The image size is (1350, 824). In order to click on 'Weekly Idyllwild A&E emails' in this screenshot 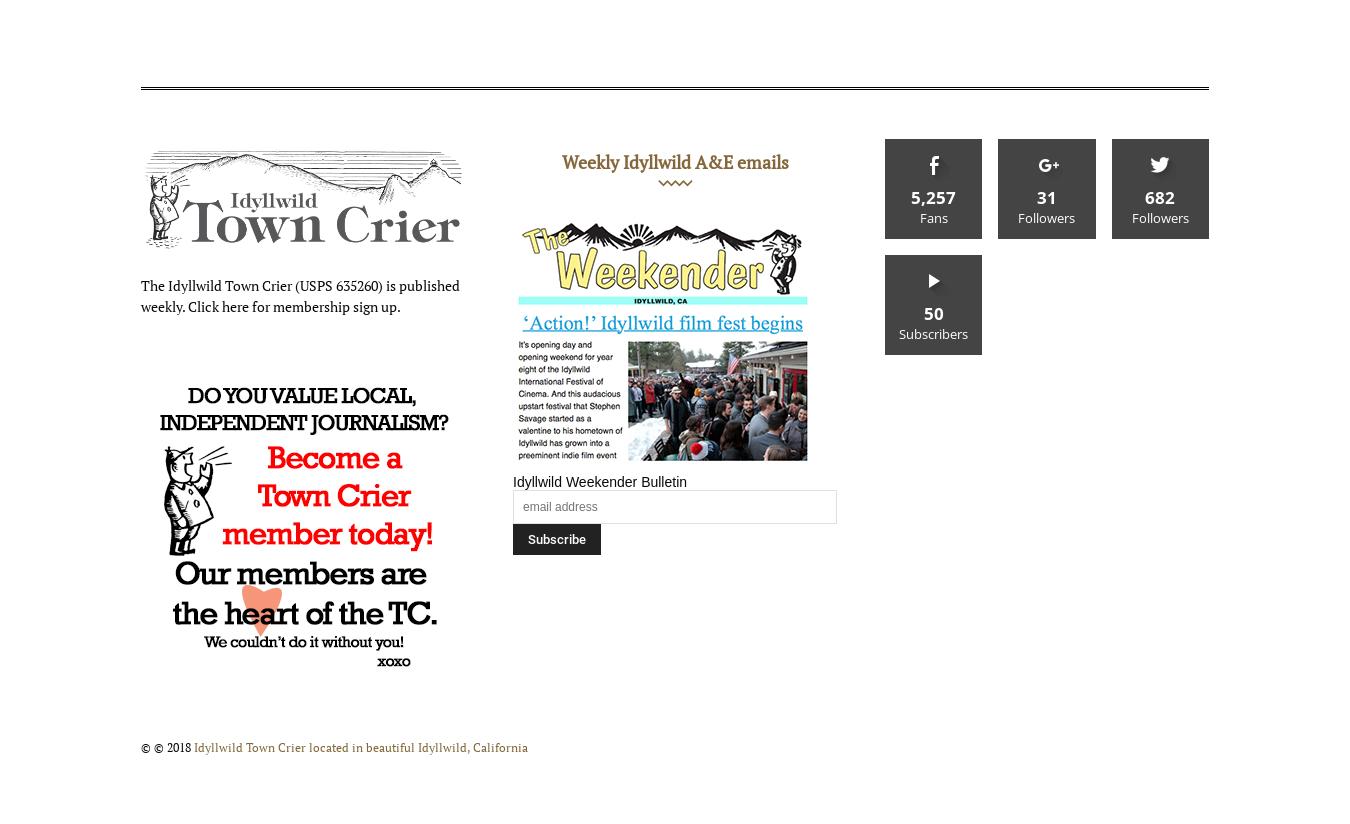, I will do `click(674, 160)`.